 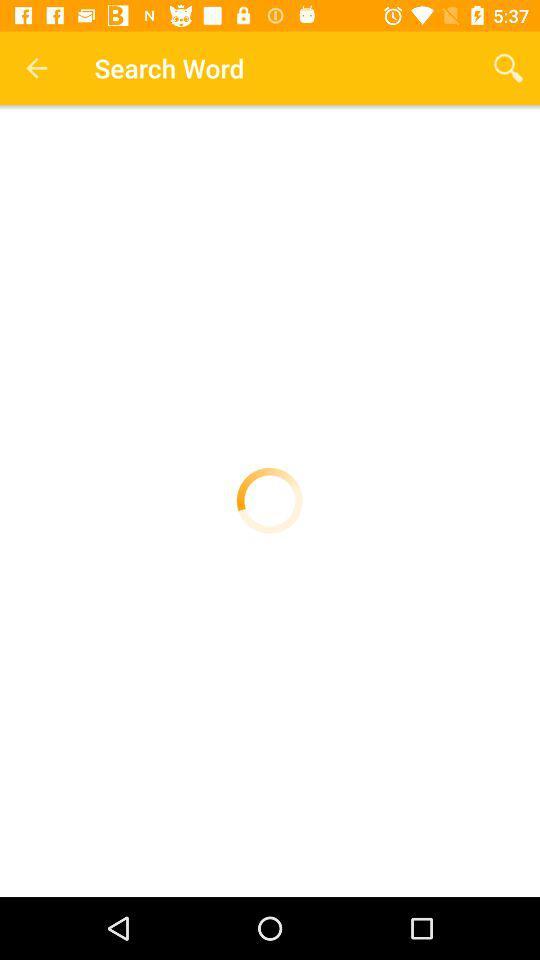 What do you see at coordinates (36, 68) in the screenshot?
I see `item next to the search word` at bounding box center [36, 68].